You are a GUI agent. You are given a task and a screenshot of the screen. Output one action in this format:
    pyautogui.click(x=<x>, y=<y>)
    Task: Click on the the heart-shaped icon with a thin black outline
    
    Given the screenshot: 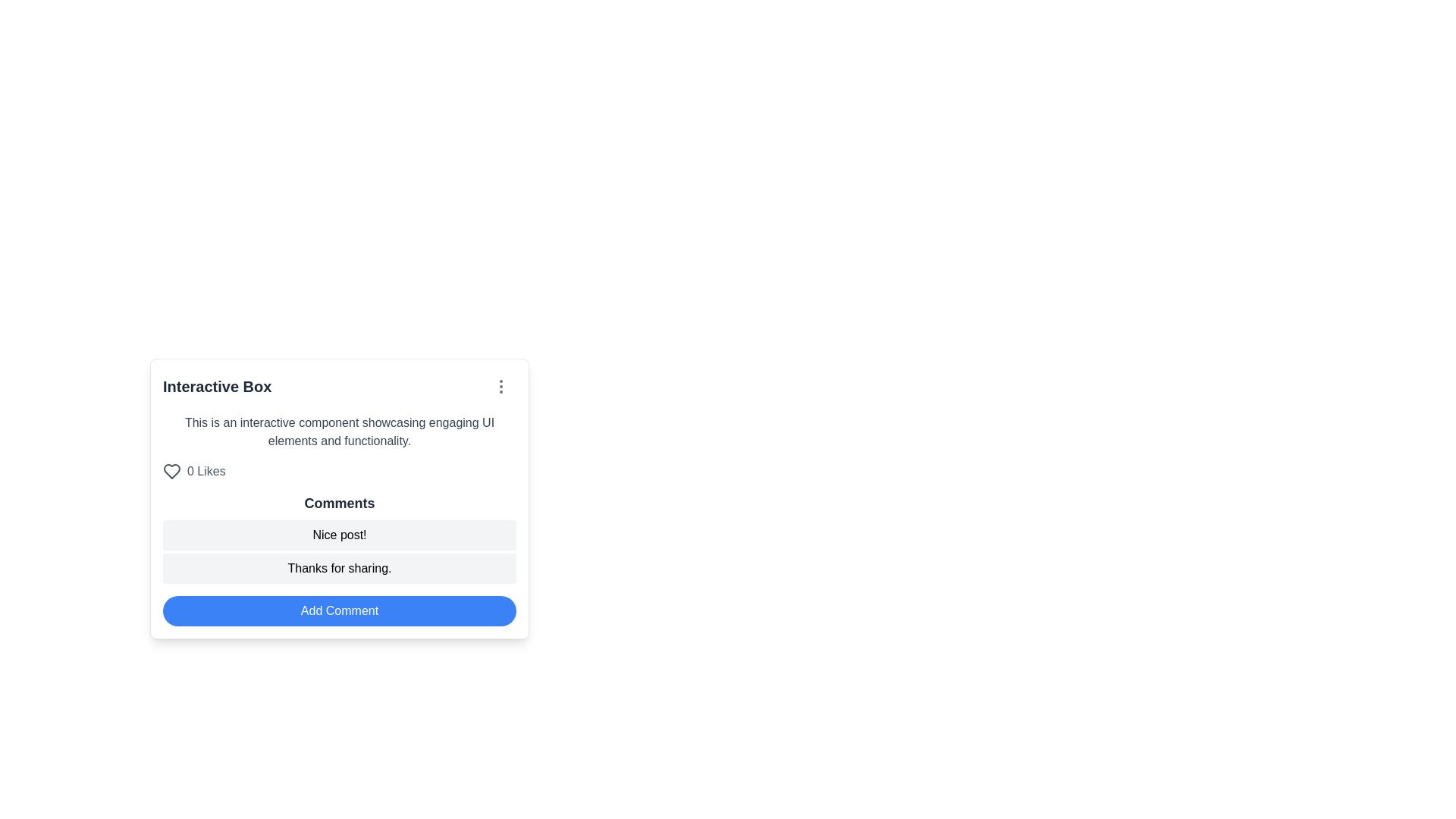 What is the action you would take?
    pyautogui.click(x=171, y=470)
    